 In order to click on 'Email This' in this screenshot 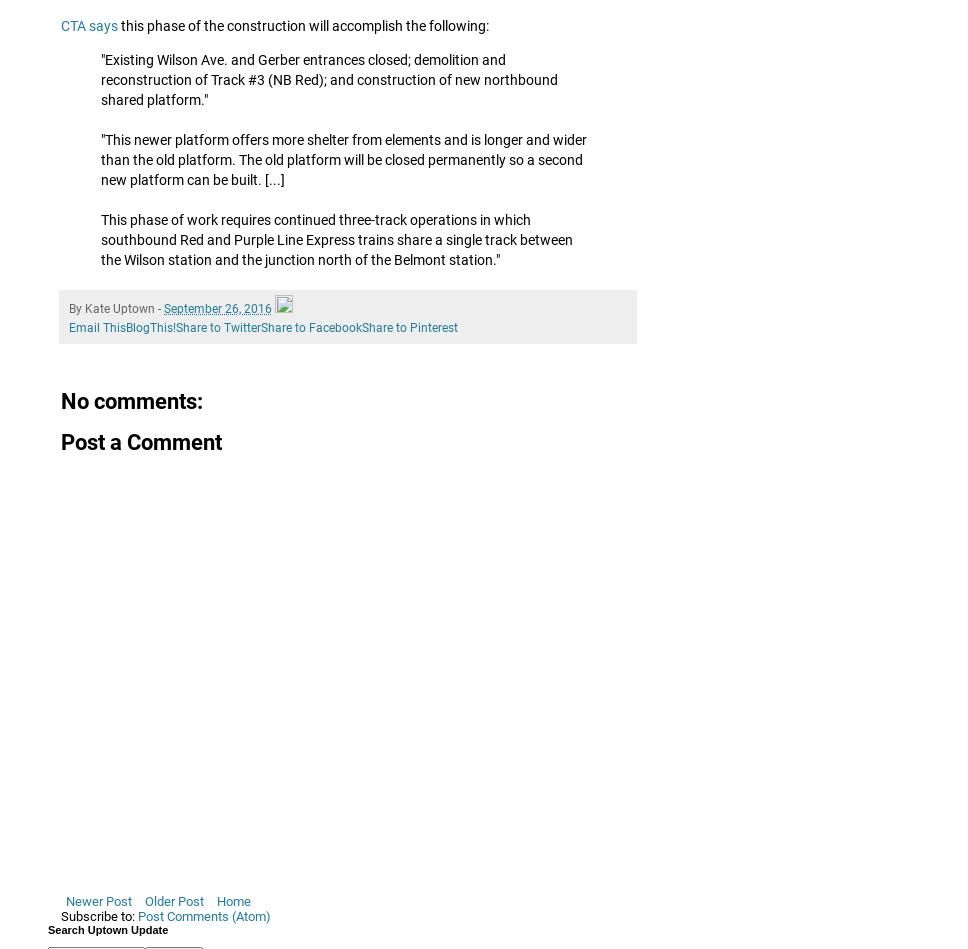, I will do `click(68, 327)`.